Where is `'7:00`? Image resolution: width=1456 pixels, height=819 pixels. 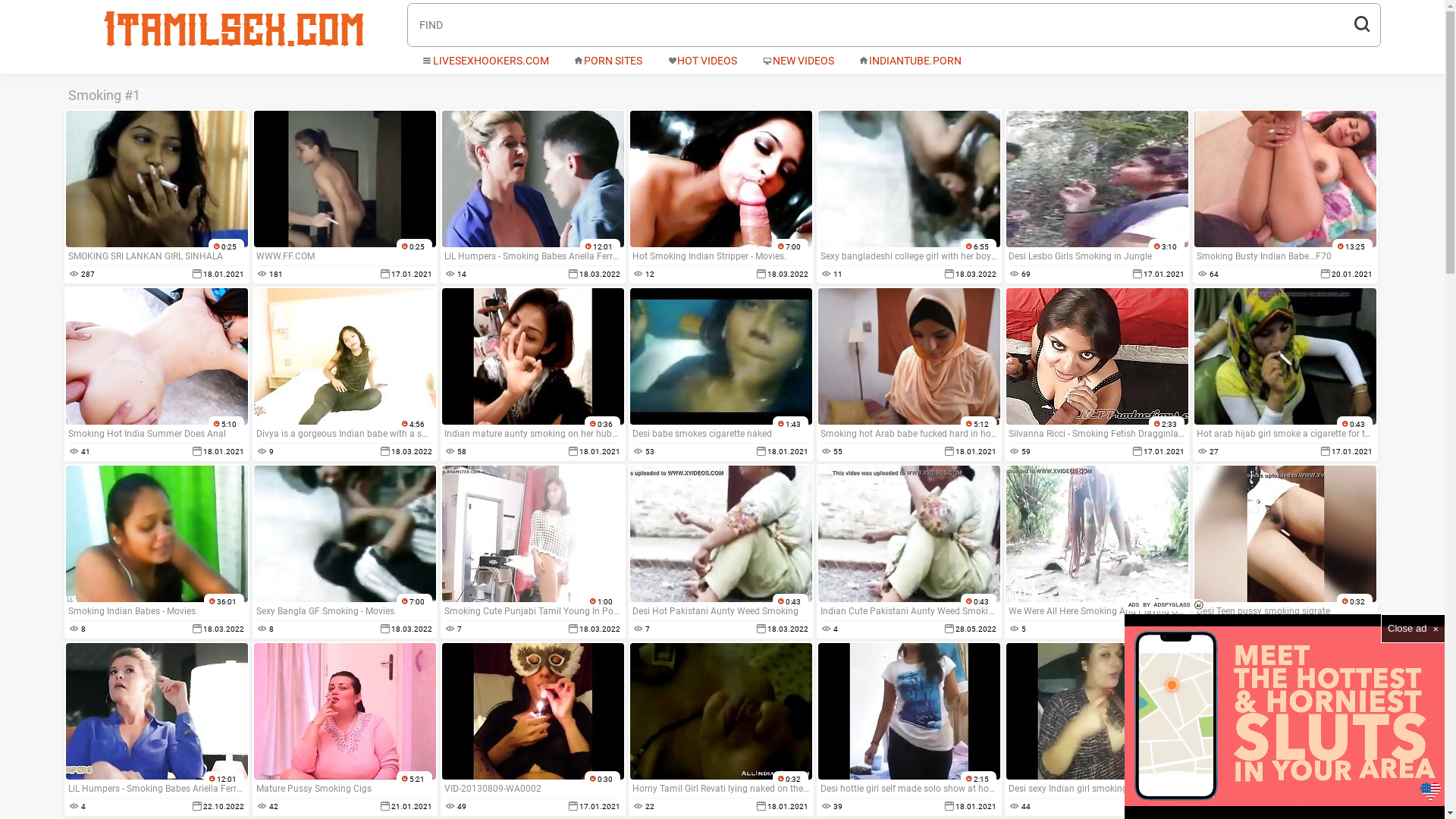 '7:00 is located at coordinates (344, 551).